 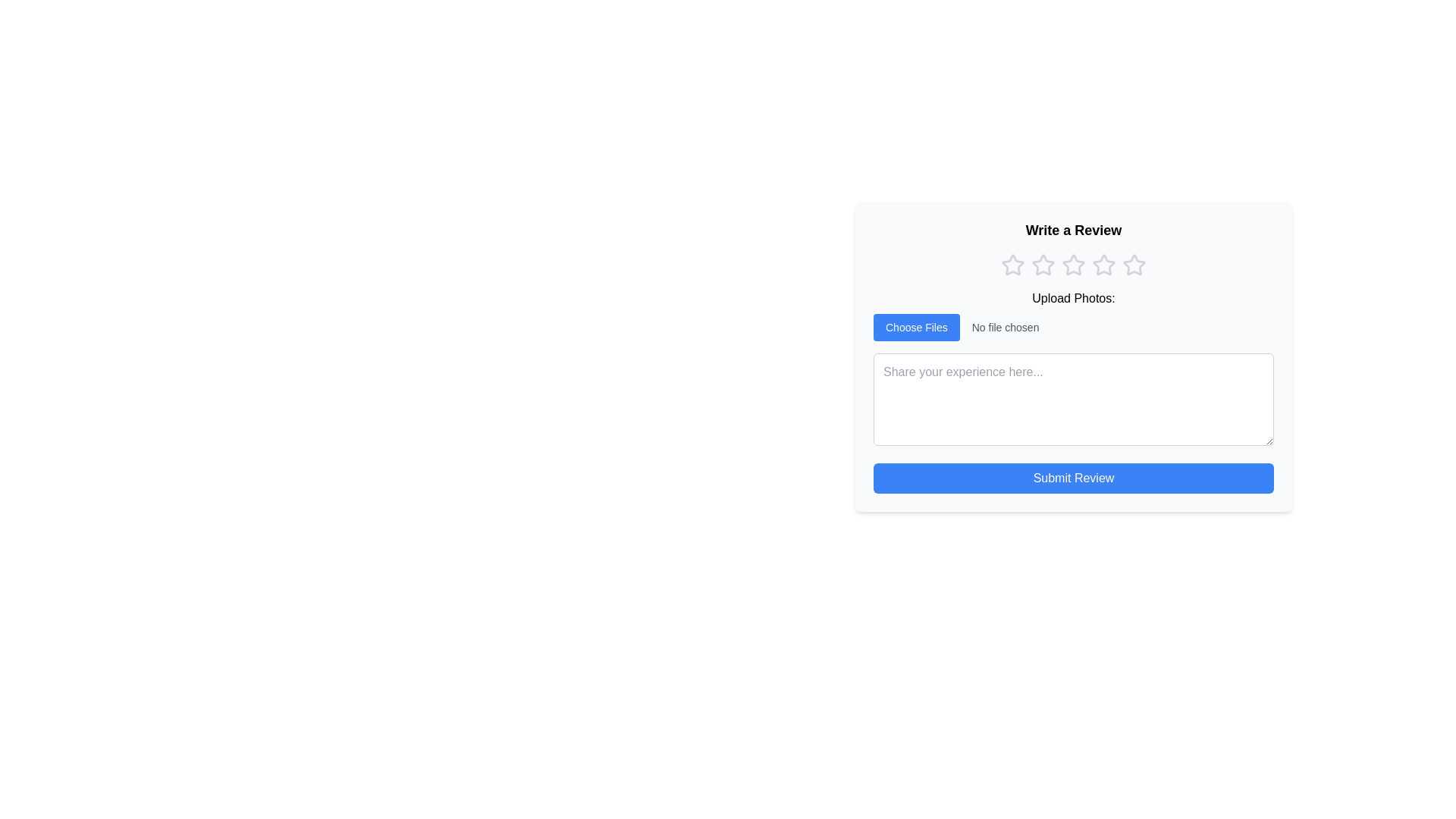 I want to click on the first star icon in the star rating component, so click(x=1012, y=265).